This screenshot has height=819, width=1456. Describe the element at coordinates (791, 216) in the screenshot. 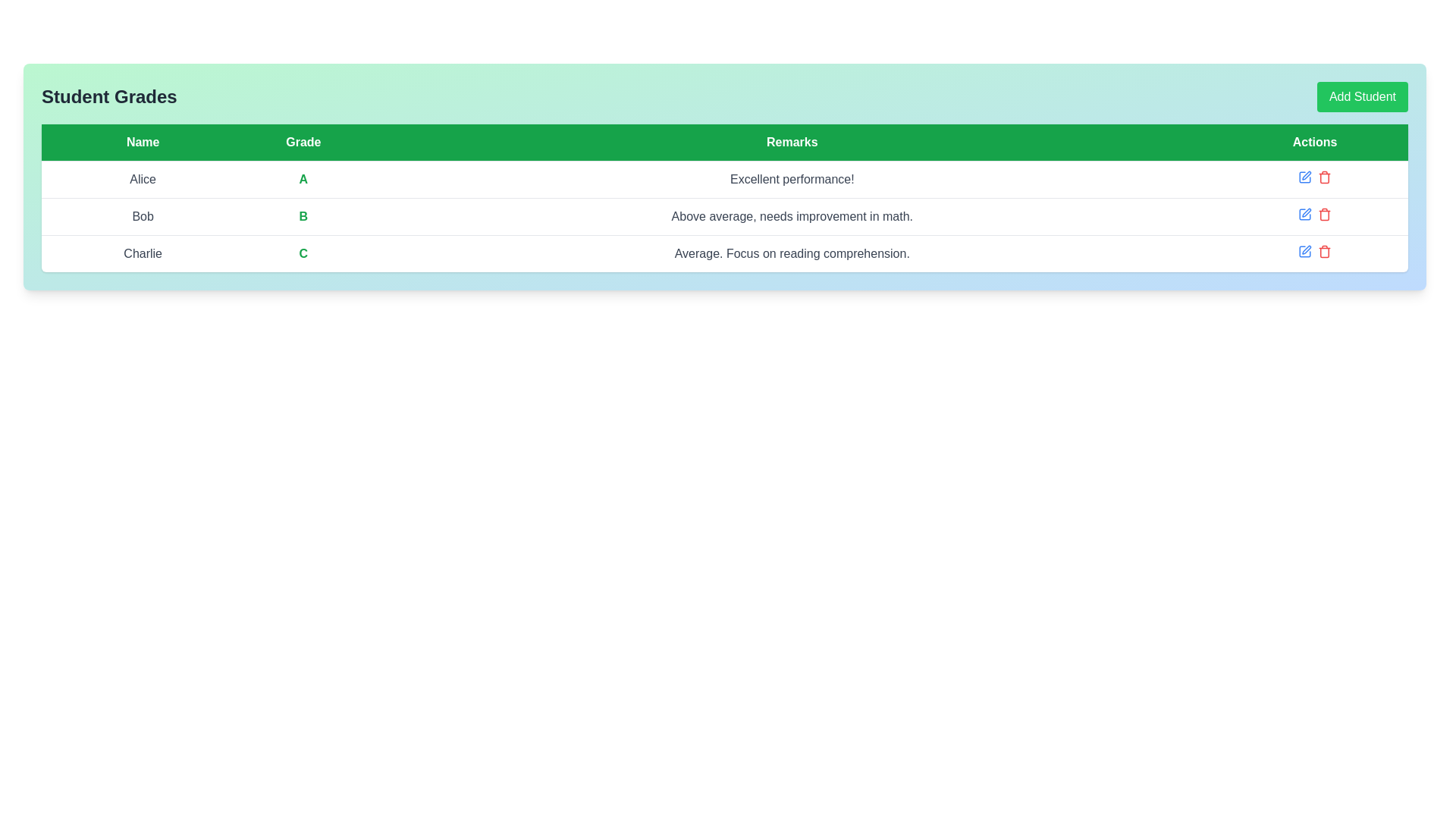

I see `text content from the text field located in the 'Remarks' column of the table for 'Bob', which currently displays 'Above average, needs improvement in math.'` at that location.